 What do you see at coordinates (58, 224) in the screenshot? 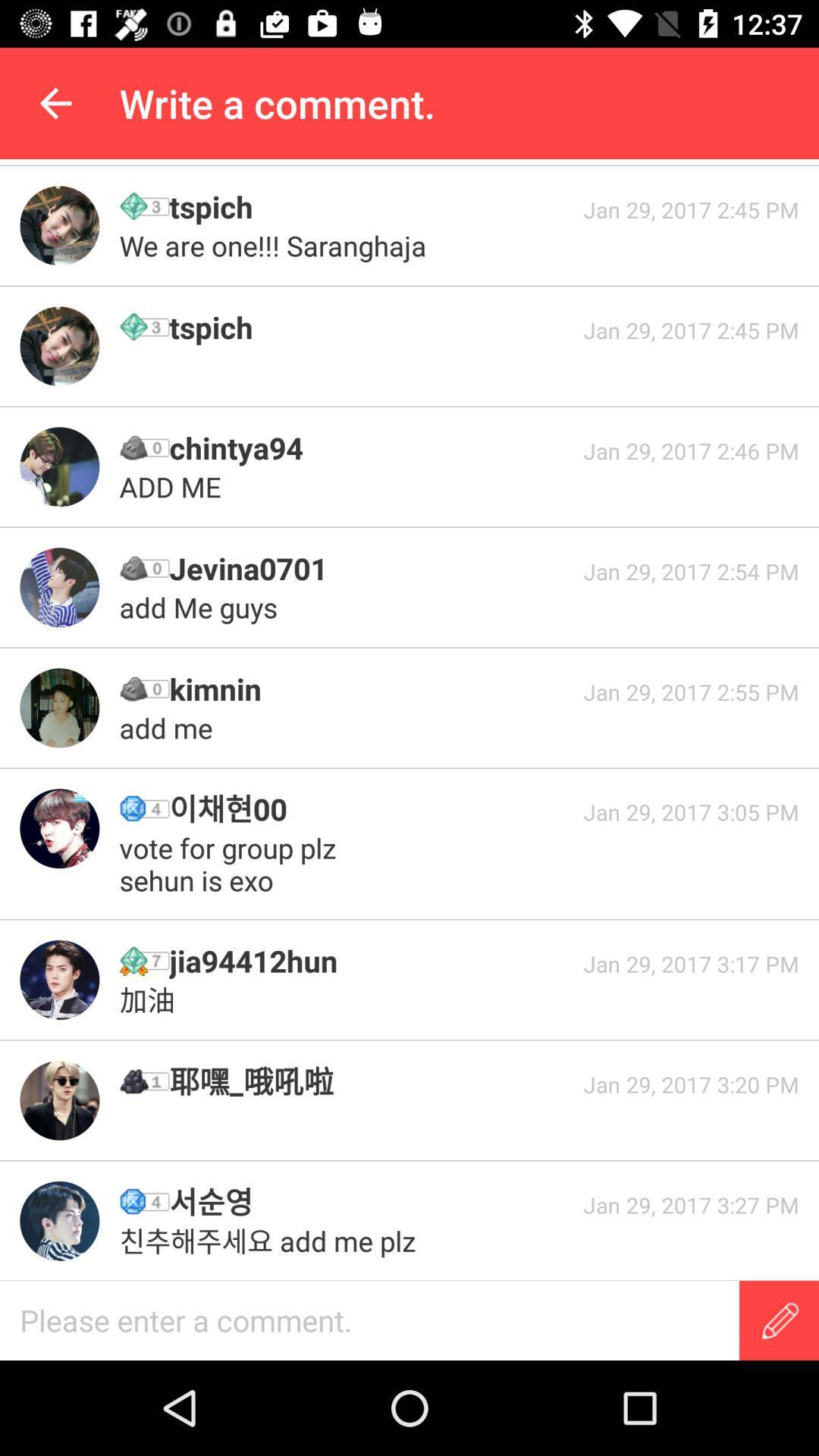
I see `commentators profile` at bounding box center [58, 224].